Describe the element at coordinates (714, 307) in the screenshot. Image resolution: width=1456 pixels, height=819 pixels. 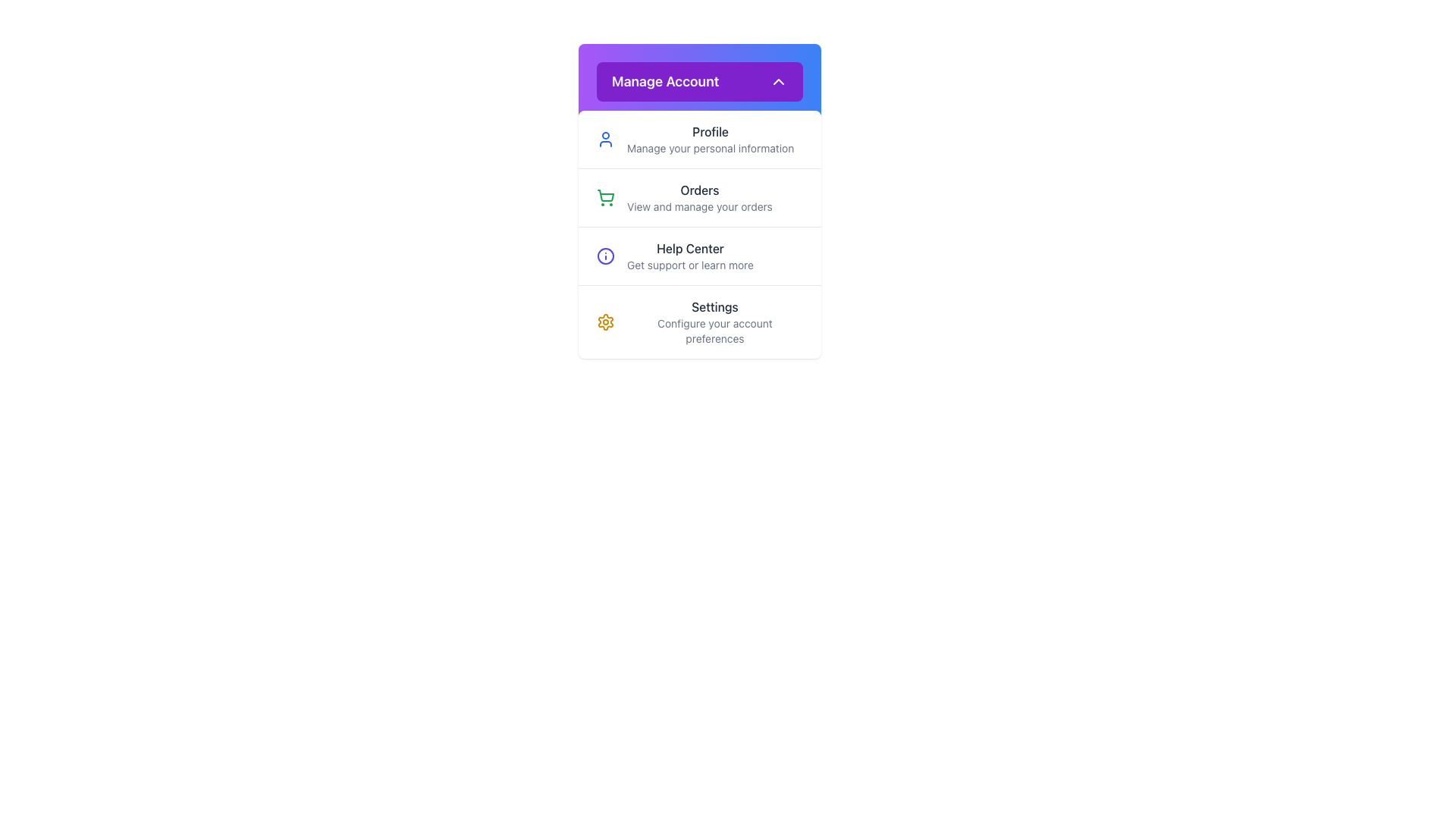
I see `the 'Settings' text label located in the dropdown menu under 'Manage Account.'` at that location.